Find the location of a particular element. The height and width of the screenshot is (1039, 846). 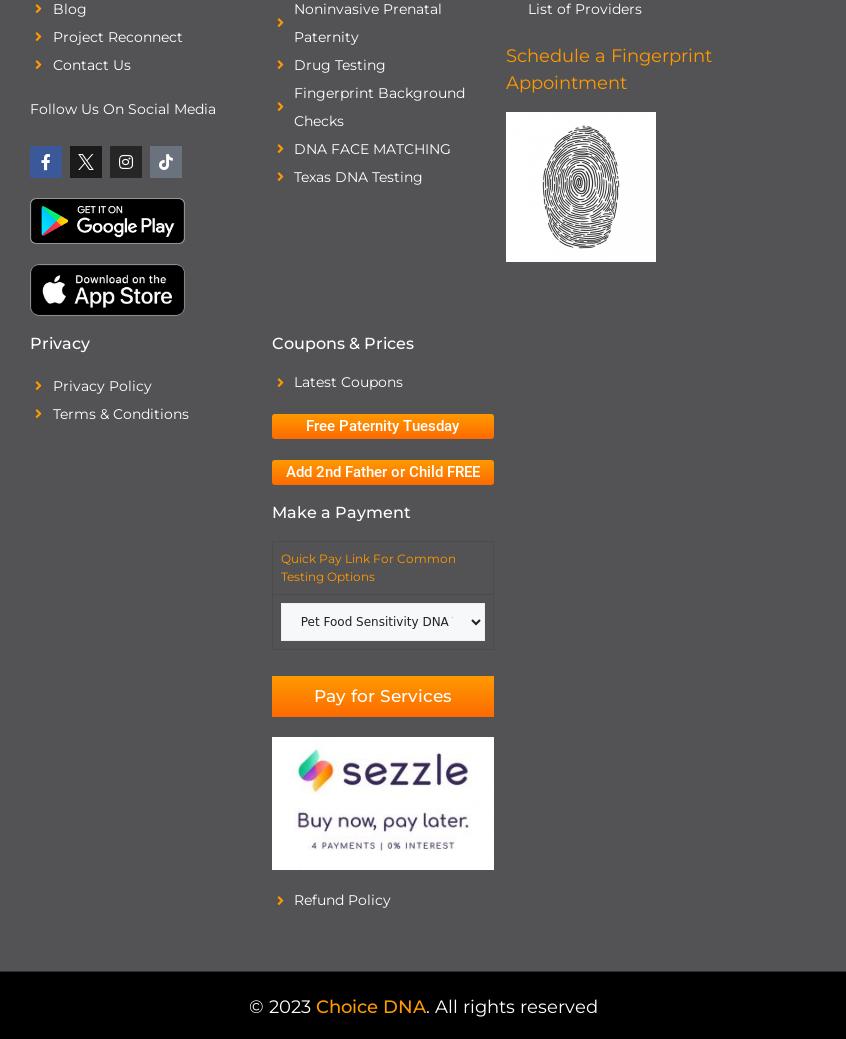

'Terms & Conditions' is located at coordinates (119, 413).